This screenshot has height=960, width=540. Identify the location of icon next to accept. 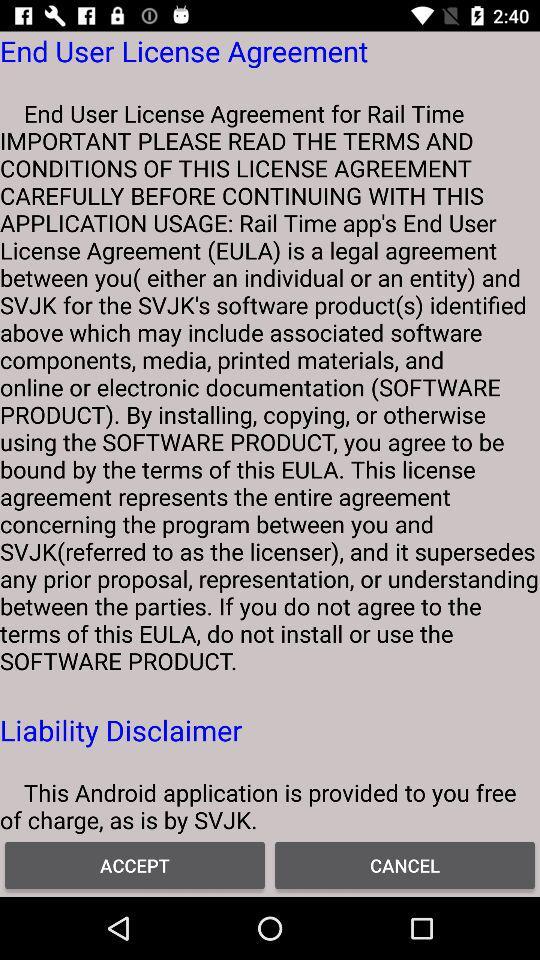
(405, 864).